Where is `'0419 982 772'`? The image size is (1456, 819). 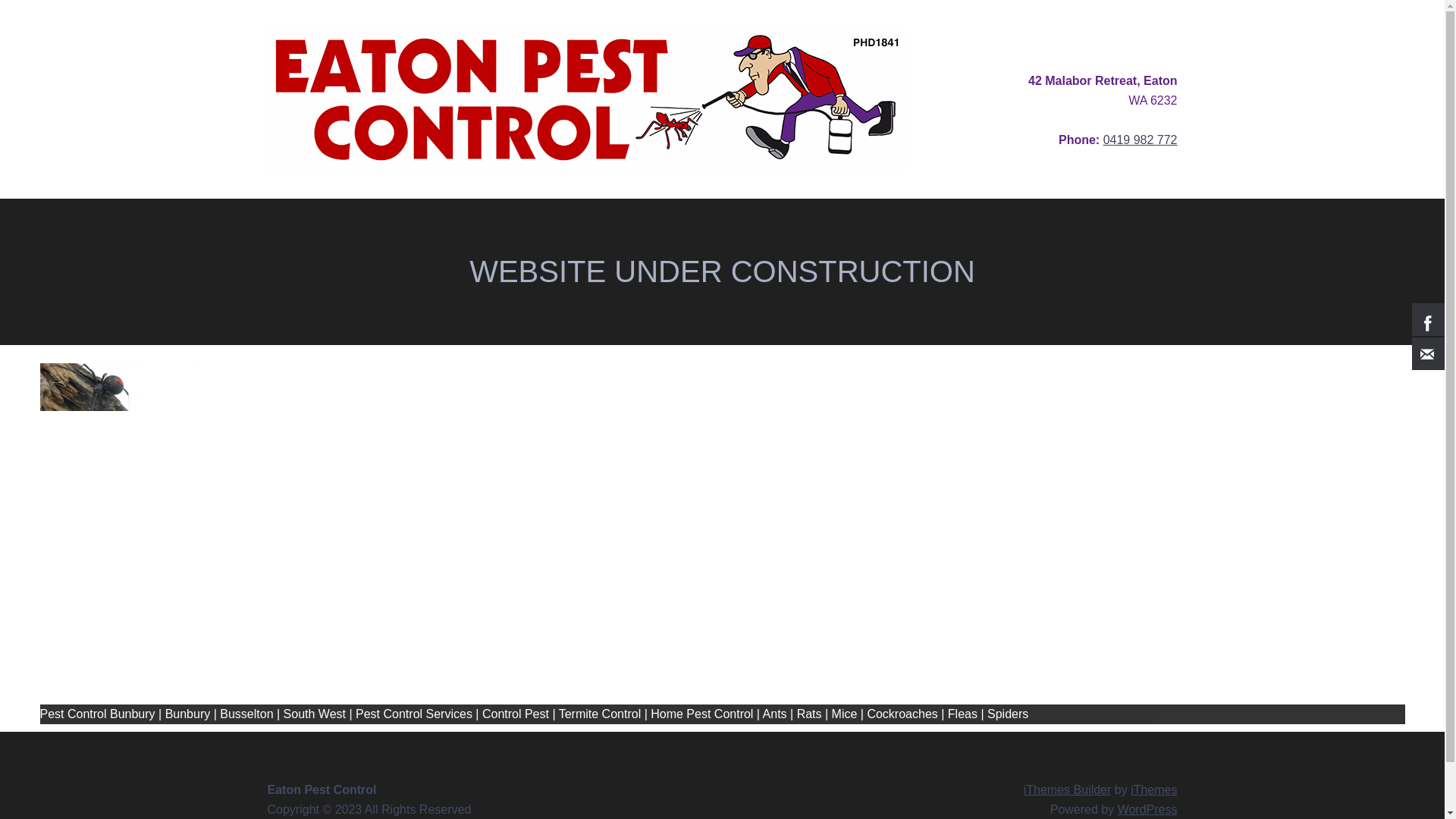 '0419 982 772' is located at coordinates (1140, 140).